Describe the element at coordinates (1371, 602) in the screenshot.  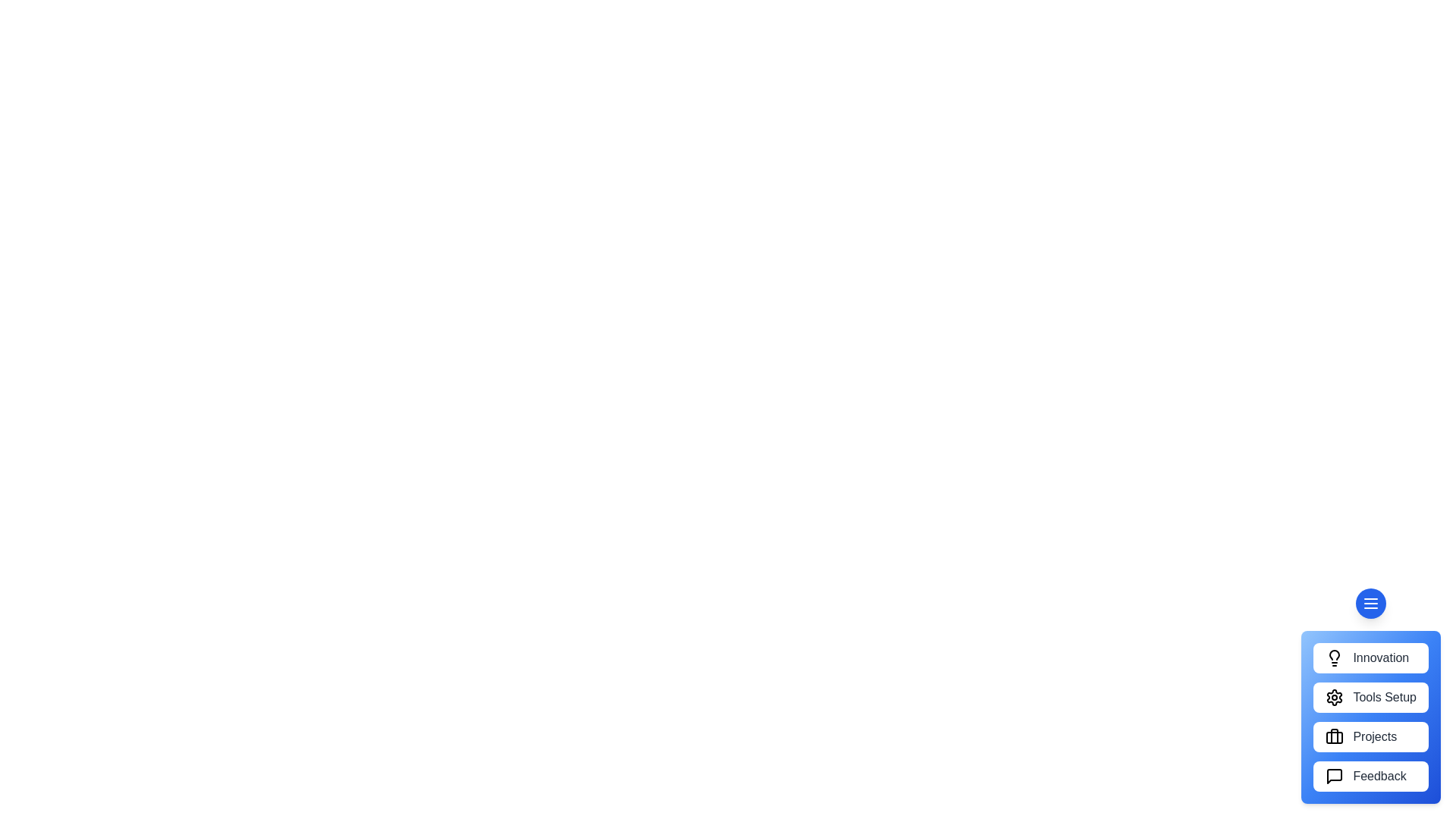
I see `toggle button to change the menu's state` at that location.